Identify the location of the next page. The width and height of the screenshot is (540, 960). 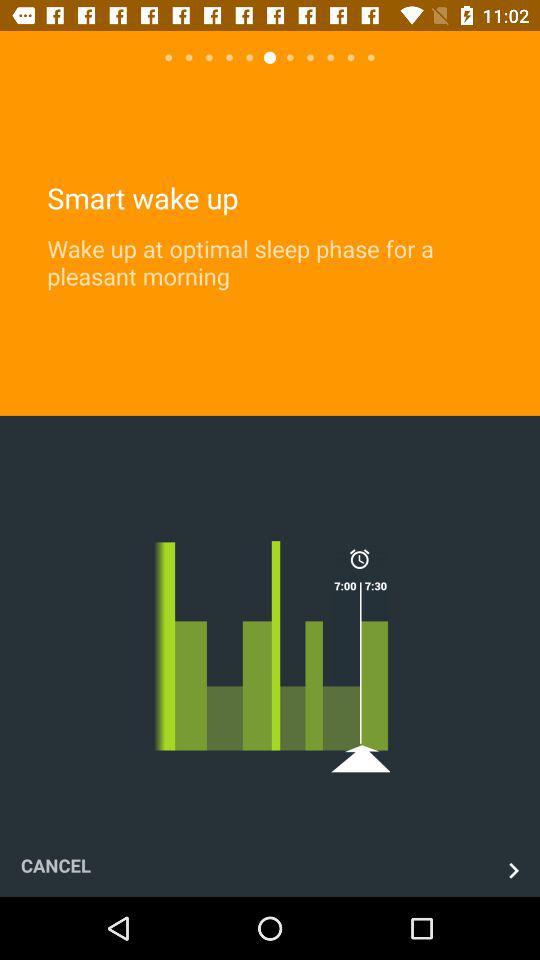
(513, 869).